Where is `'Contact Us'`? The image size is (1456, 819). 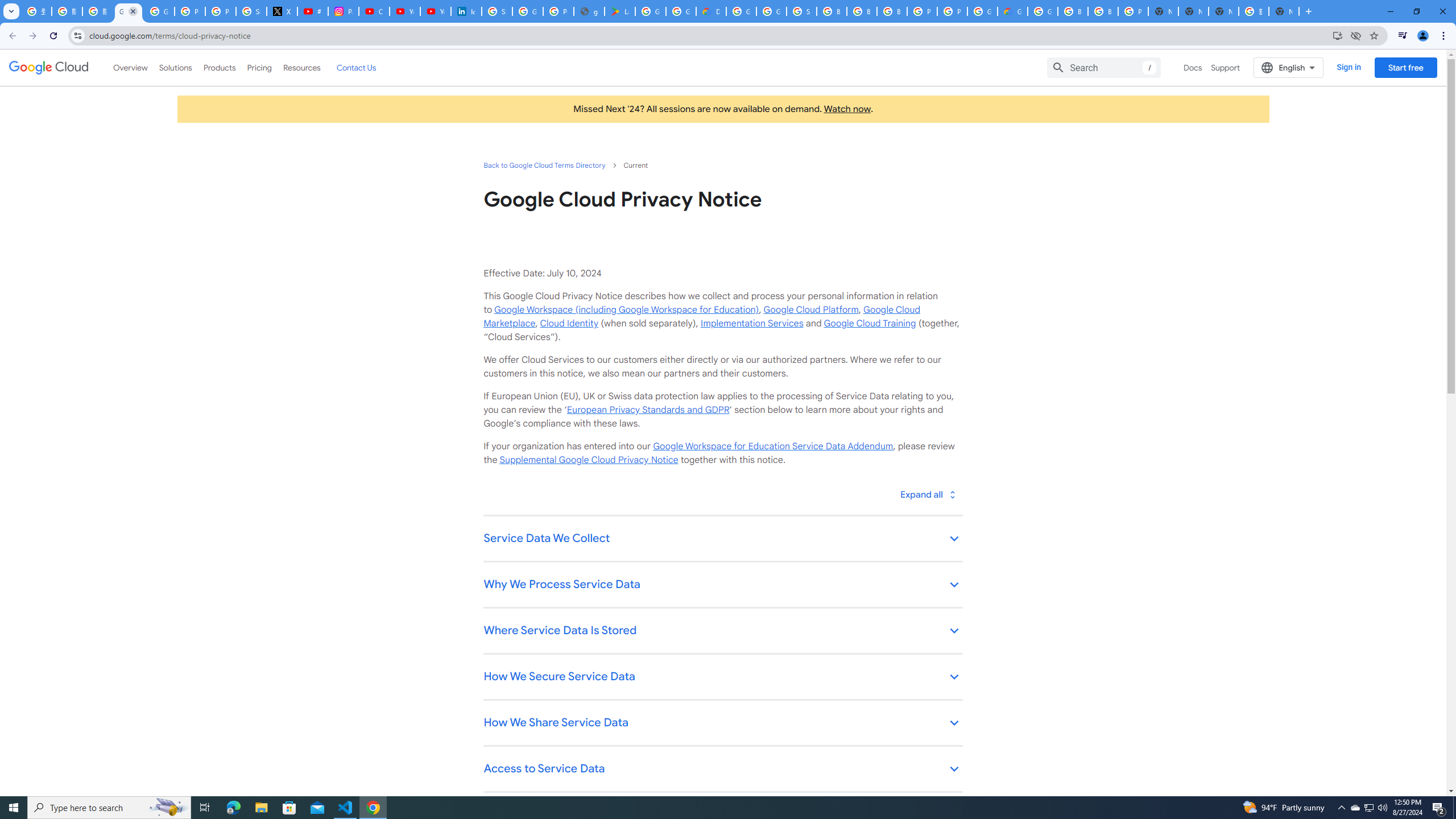 'Contact Us' is located at coordinates (355, 67).